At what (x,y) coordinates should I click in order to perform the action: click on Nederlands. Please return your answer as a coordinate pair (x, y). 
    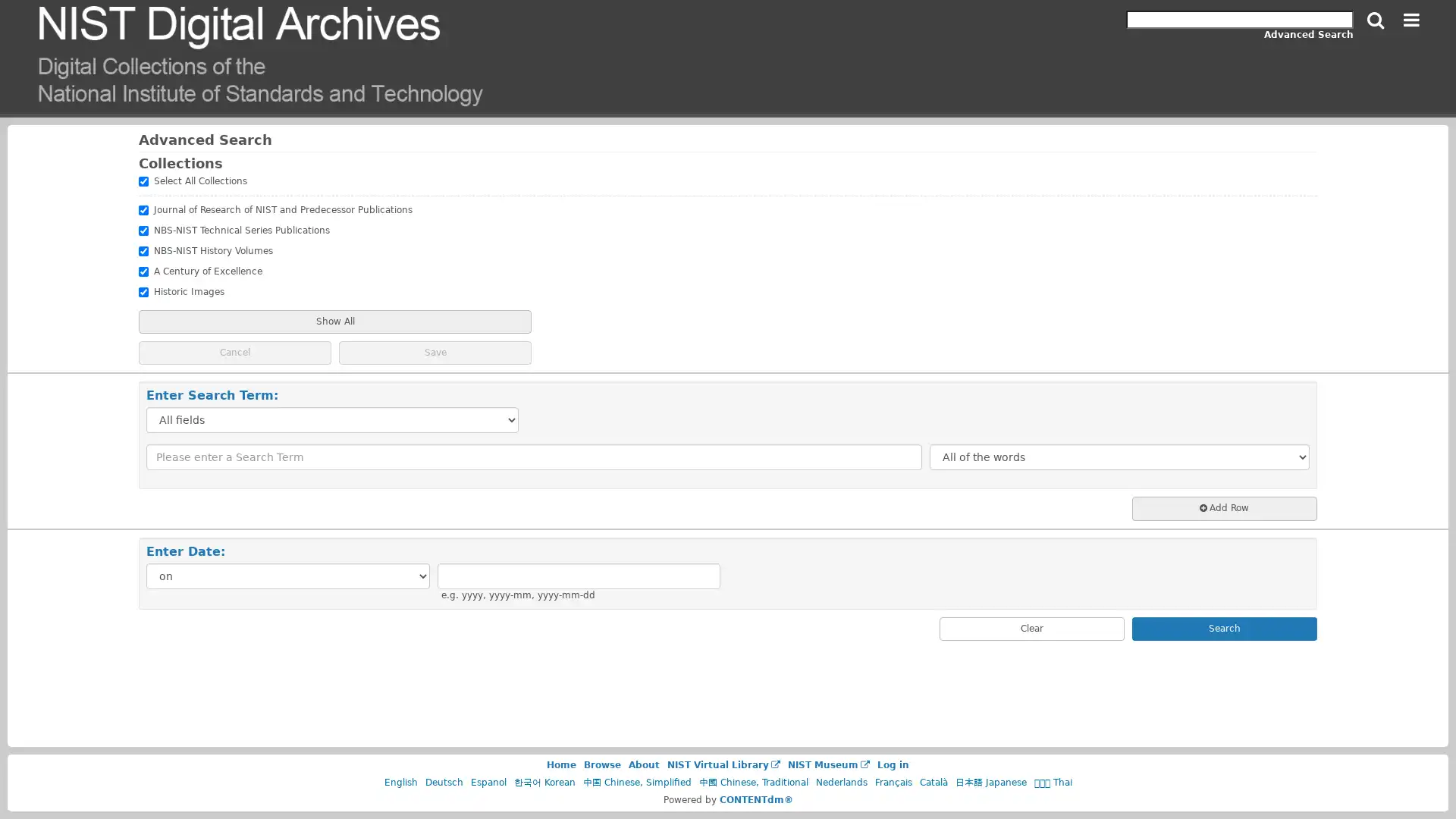
    Looking at the image, I should click on (839, 783).